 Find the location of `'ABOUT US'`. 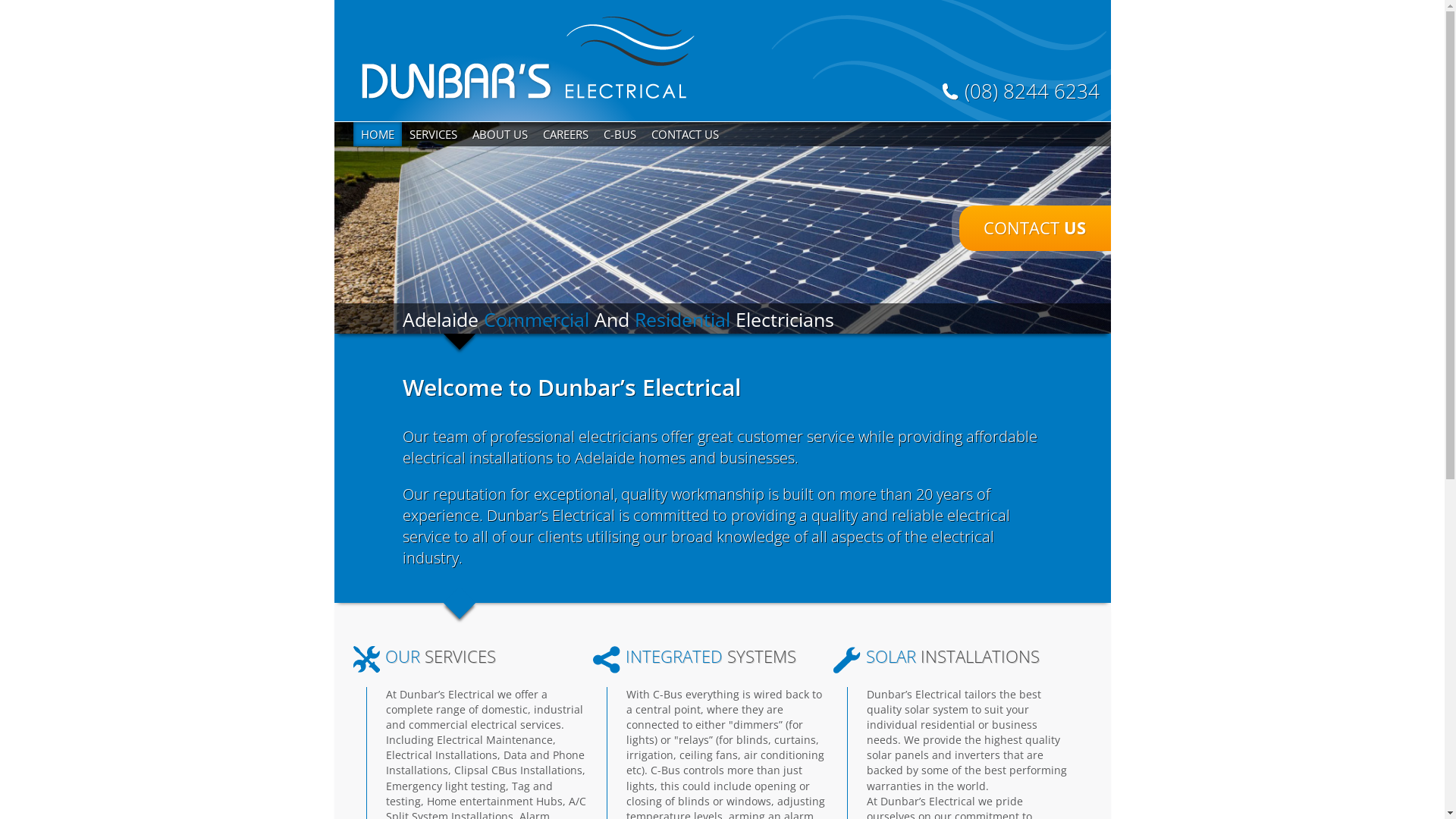

'ABOUT US' is located at coordinates (499, 133).